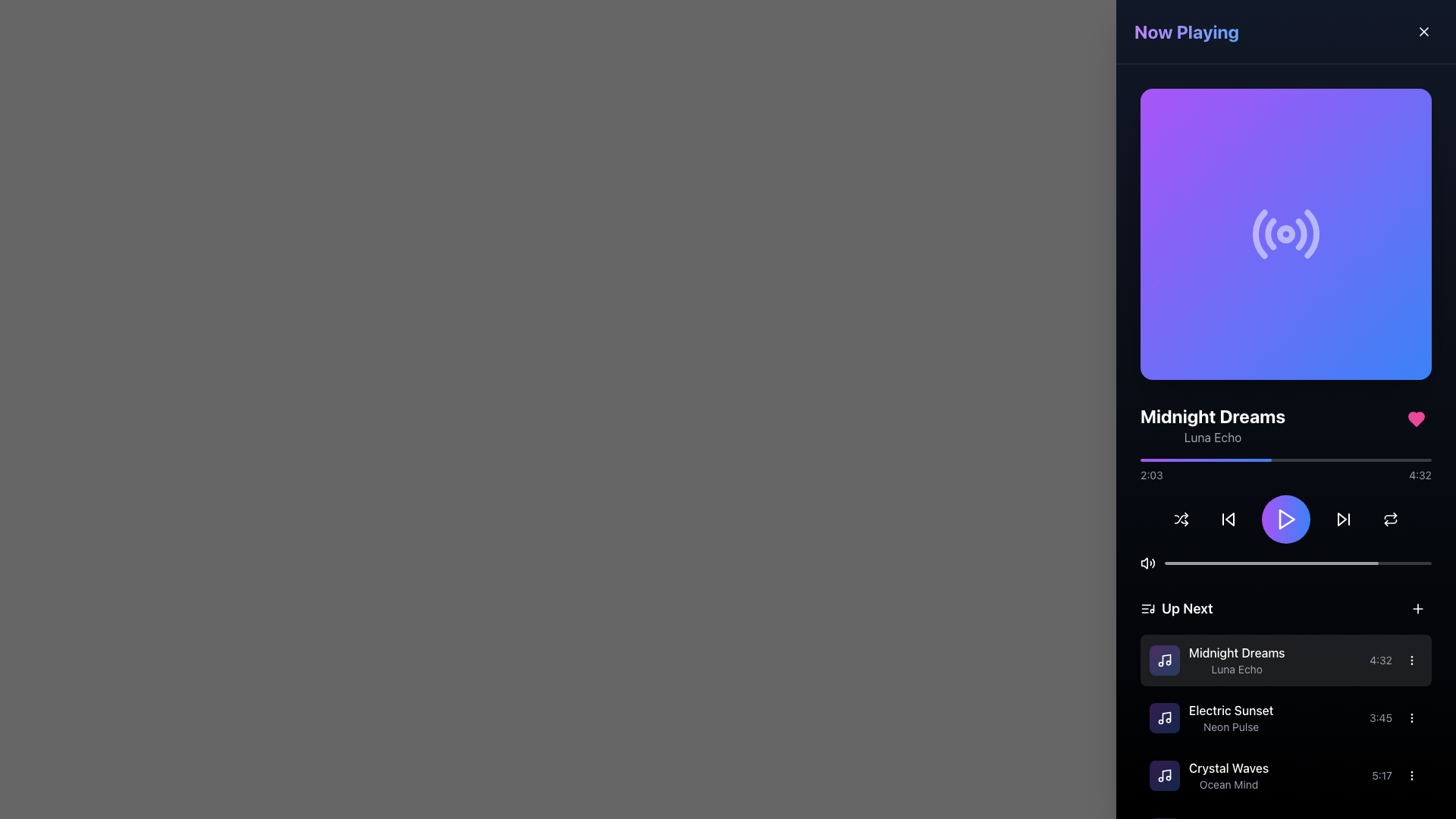  Describe the element at coordinates (1343, 519) in the screenshot. I see `the forward-skip button, which is a right-facing triangular icon next to the play button in the control panel, to skip forward in audio or video playback` at that location.